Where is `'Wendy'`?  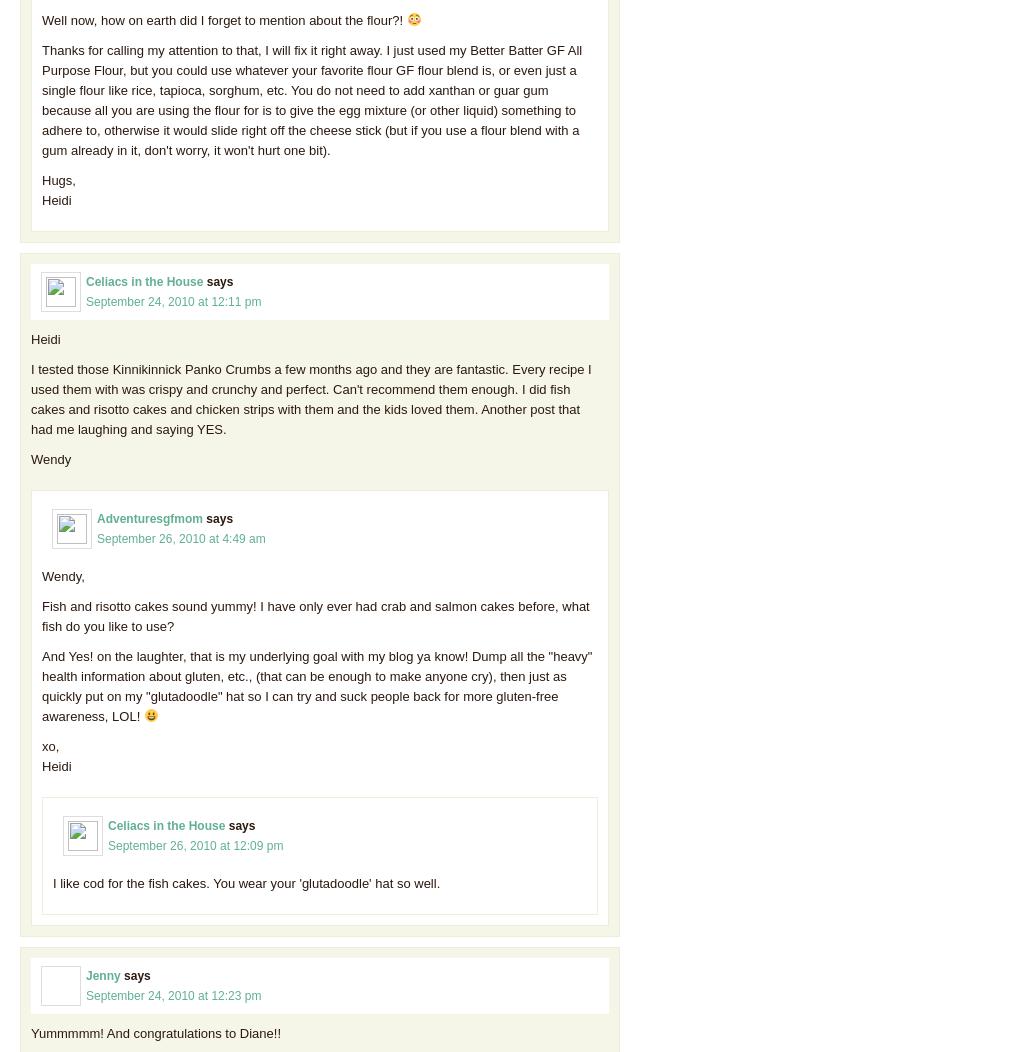
'Wendy' is located at coordinates (51, 458).